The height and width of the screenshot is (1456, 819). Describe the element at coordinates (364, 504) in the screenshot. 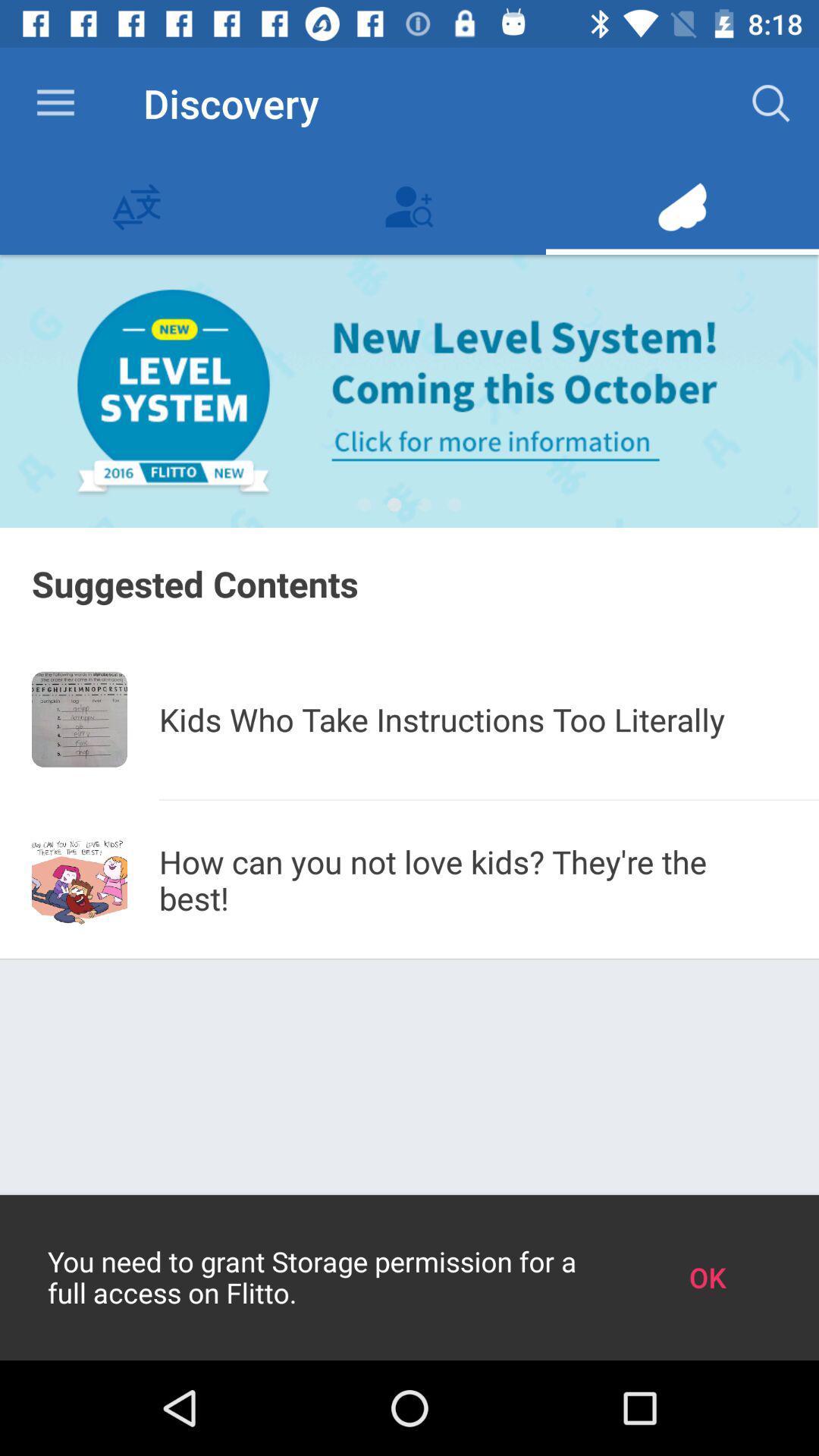

I see `the icon above suggested contents item` at that location.